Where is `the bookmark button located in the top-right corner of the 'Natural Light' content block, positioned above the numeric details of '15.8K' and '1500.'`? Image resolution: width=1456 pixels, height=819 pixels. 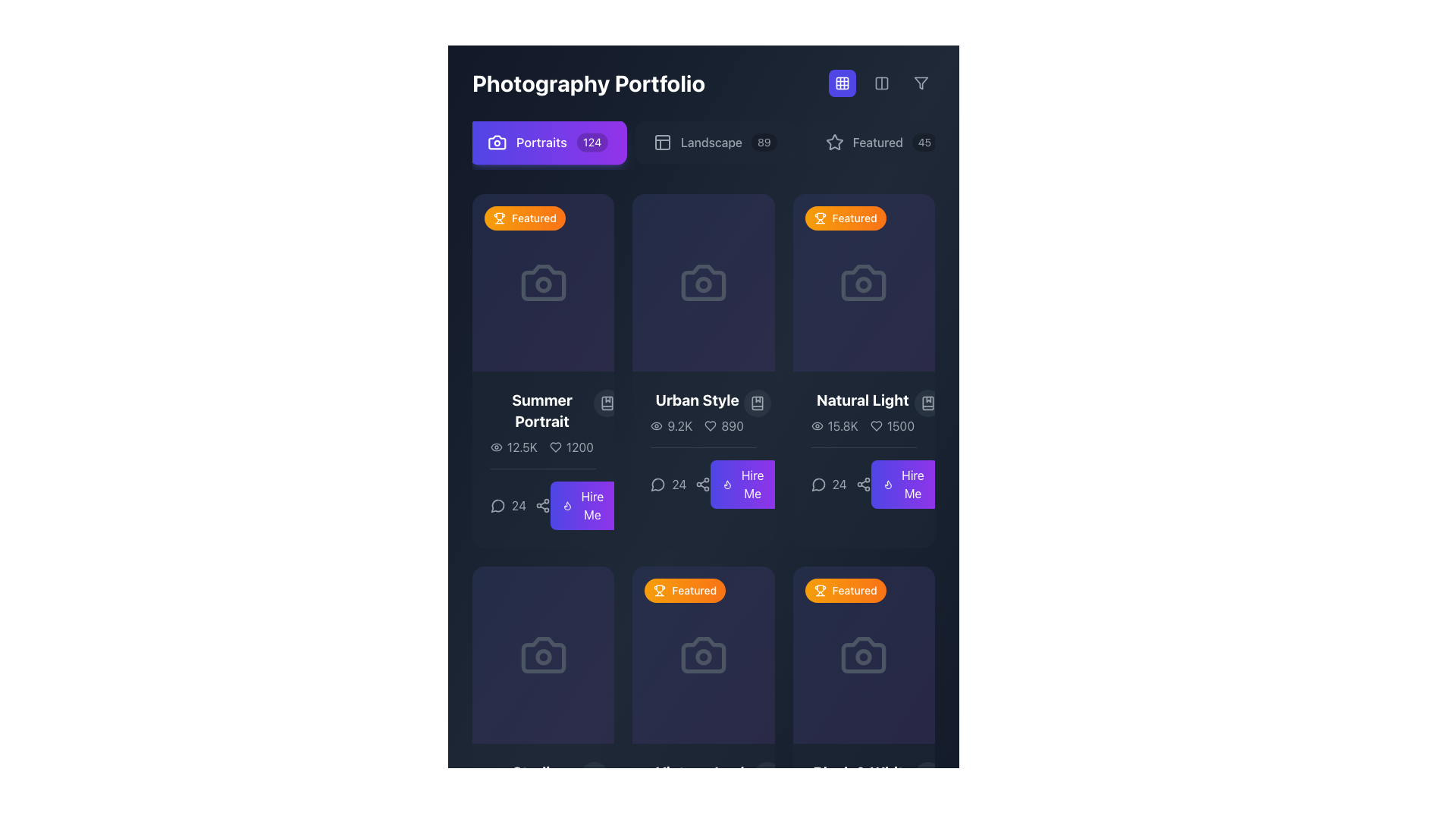
the bookmark button located in the top-right corner of the 'Natural Light' content block, positioned above the numeric details of '15.8K' and '1500.' is located at coordinates (927, 403).